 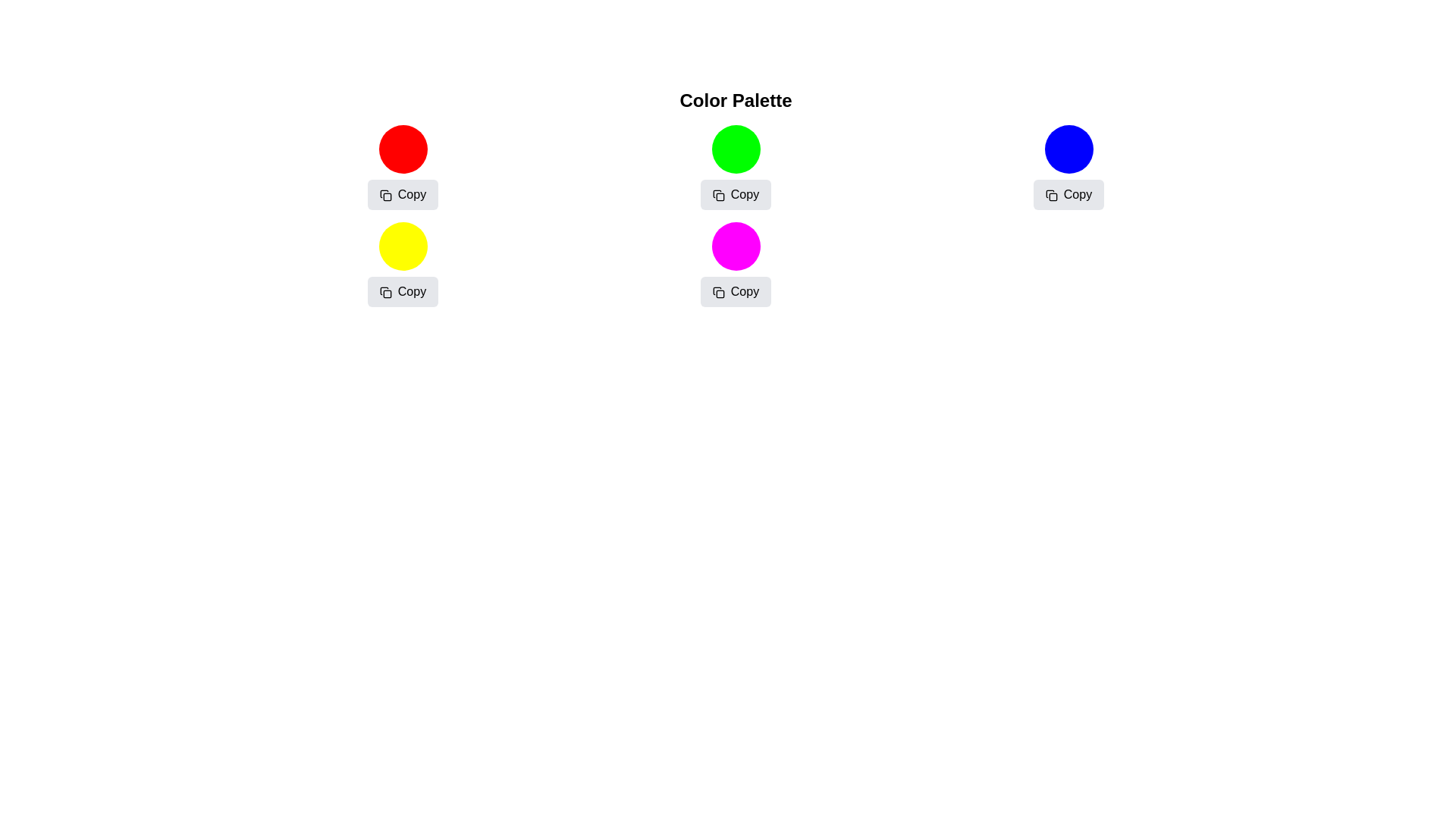 I want to click on the copy icon located inside the 'Copy' button positioned below the yellow circle in the second column from the left, so click(x=385, y=292).